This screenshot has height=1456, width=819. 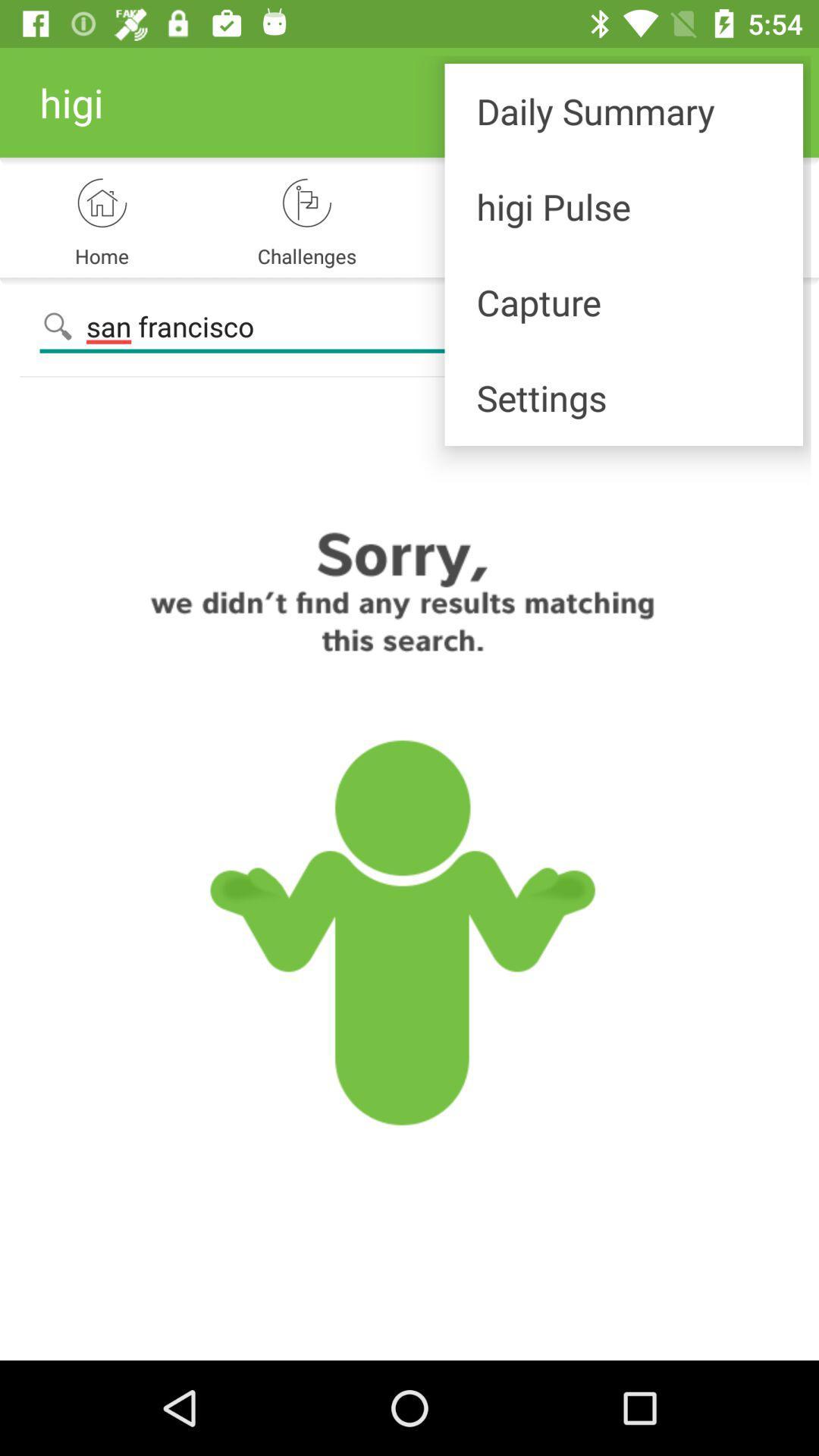 What do you see at coordinates (769, 326) in the screenshot?
I see `the minus icon` at bounding box center [769, 326].